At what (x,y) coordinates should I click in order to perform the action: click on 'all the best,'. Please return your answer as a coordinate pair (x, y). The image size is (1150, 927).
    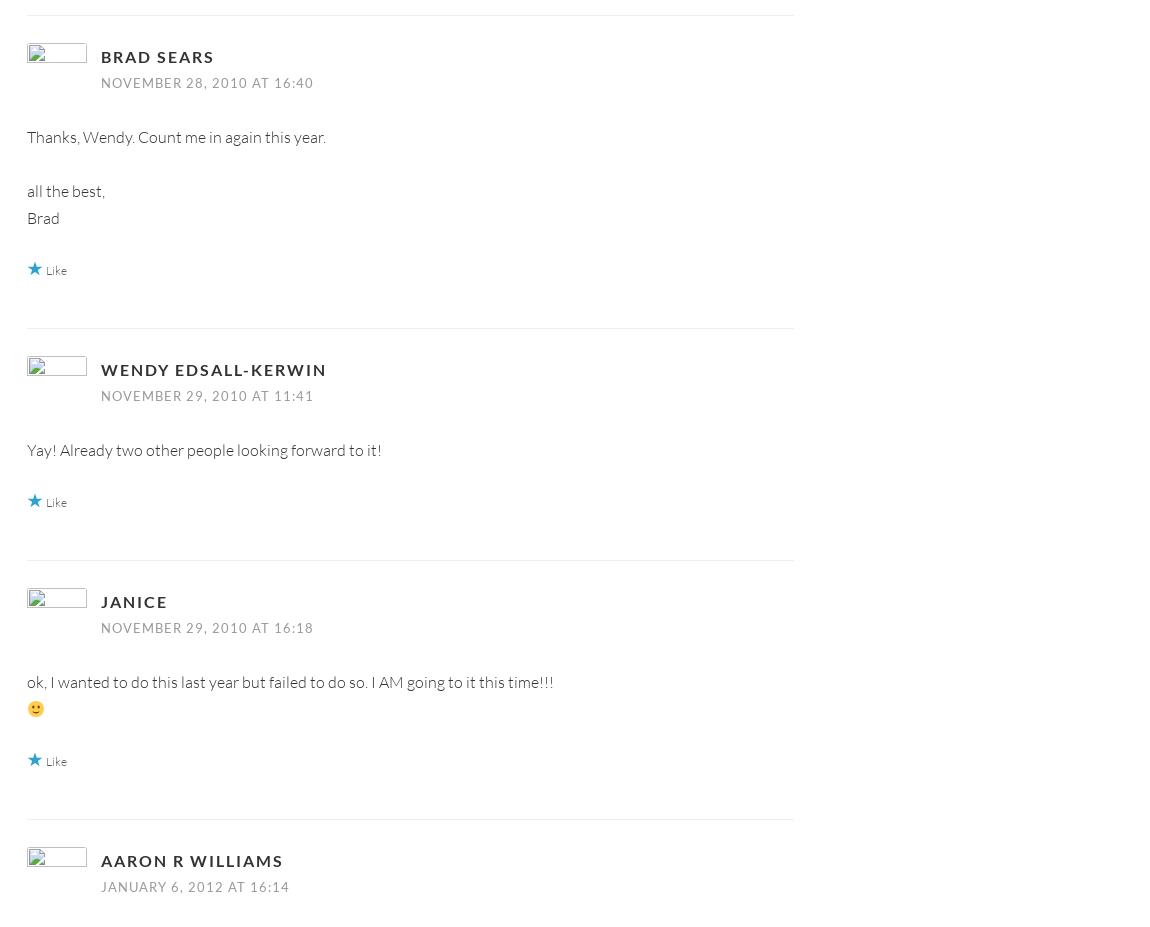
    Looking at the image, I should click on (65, 190).